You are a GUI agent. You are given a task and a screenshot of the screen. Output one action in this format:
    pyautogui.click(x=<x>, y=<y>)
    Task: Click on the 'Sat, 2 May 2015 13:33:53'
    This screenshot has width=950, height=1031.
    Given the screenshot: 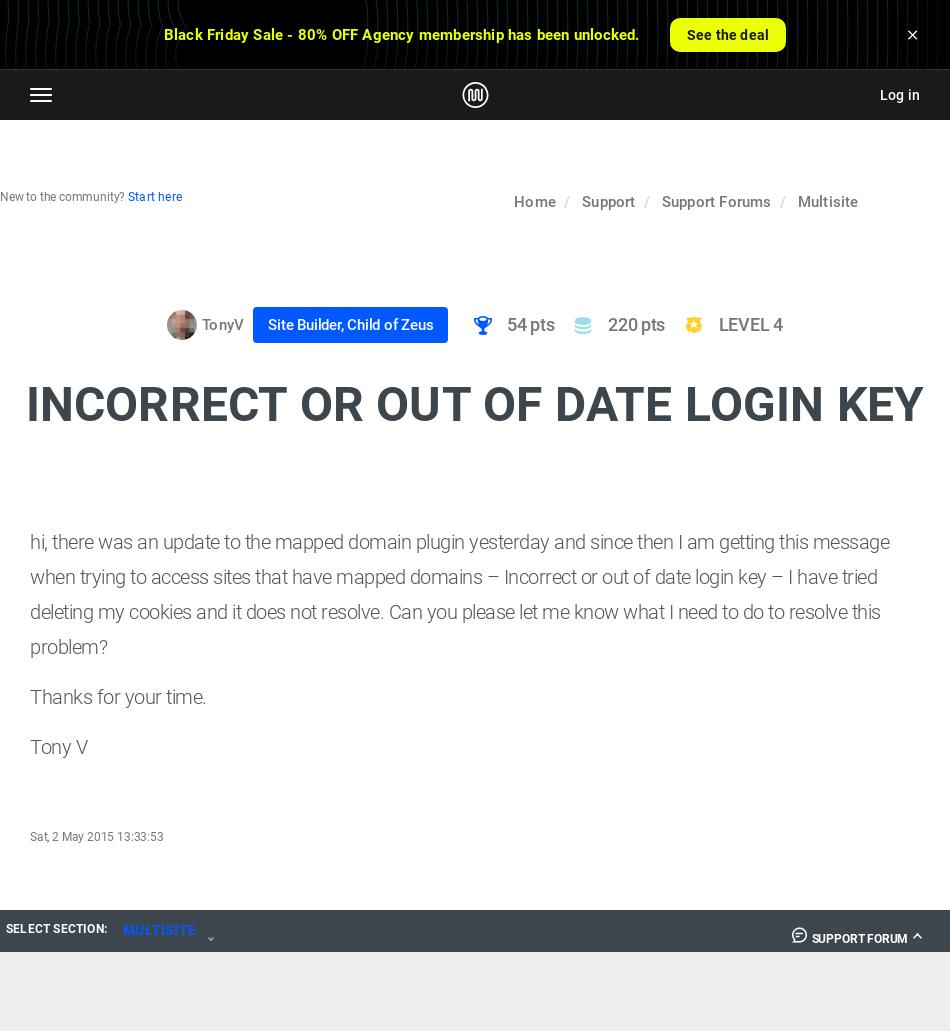 What is the action you would take?
    pyautogui.click(x=96, y=836)
    